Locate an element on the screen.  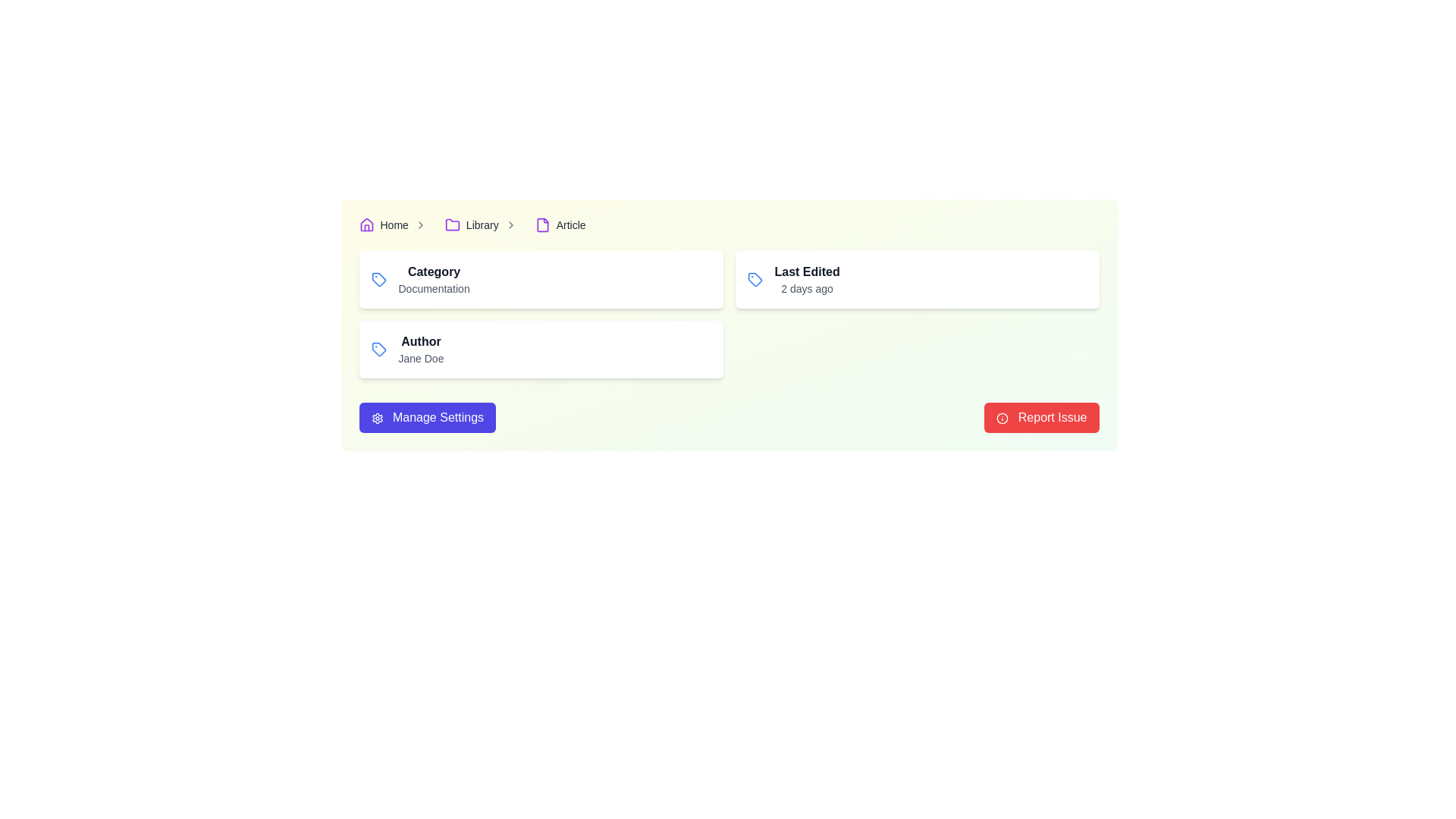
the 'Report Issue' button, which is a rectangular button with bold white text on a red background, featuring an information icon to the left is located at coordinates (1040, 418).